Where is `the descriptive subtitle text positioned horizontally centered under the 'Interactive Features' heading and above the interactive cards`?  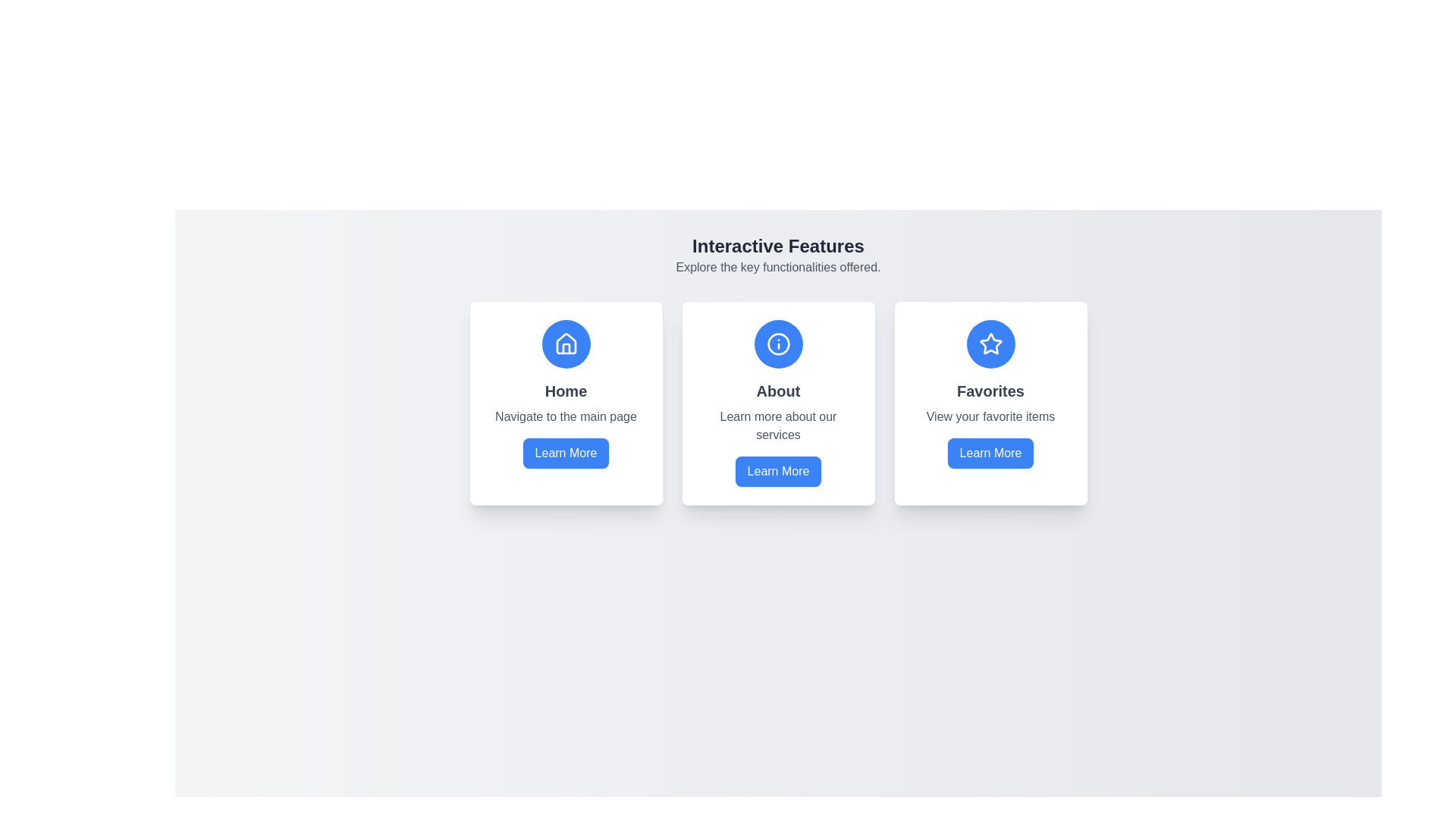 the descriptive subtitle text positioned horizontally centered under the 'Interactive Features' heading and above the interactive cards is located at coordinates (778, 267).